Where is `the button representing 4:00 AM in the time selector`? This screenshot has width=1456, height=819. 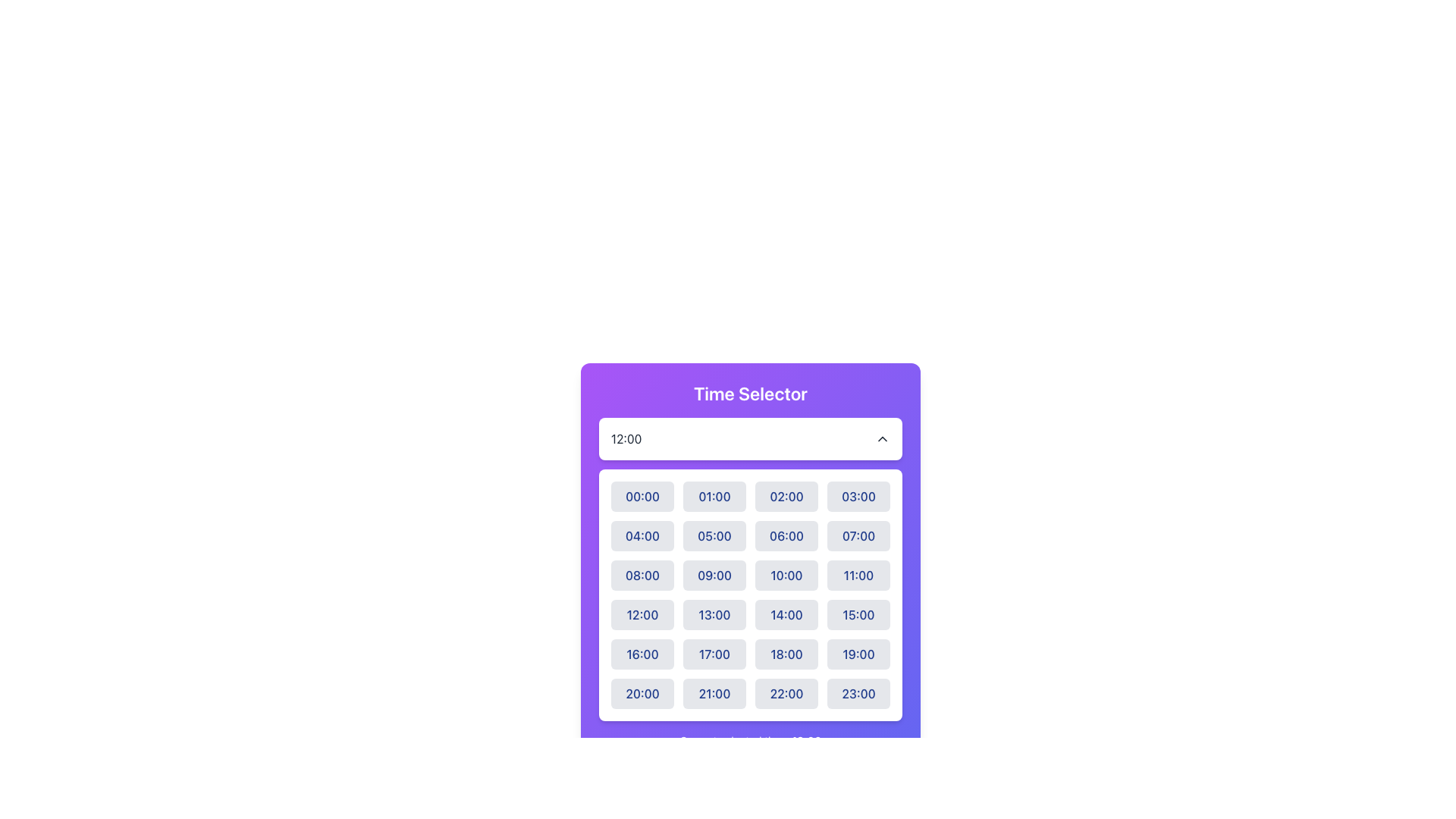 the button representing 4:00 AM in the time selector is located at coordinates (642, 535).